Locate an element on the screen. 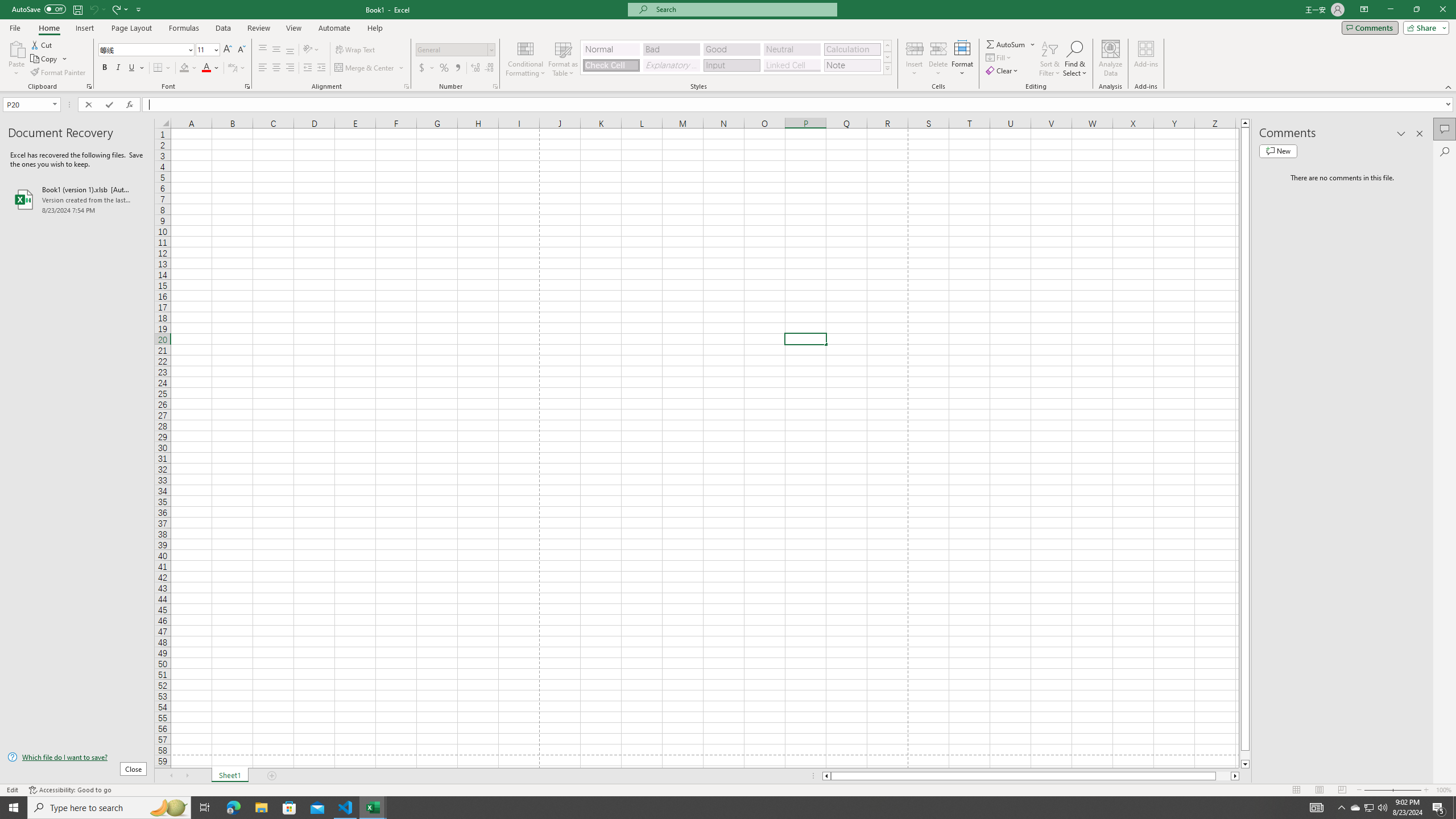 This screenshot has width=1456, height=819. 'Calculation' is located at coordinates (851, 49).